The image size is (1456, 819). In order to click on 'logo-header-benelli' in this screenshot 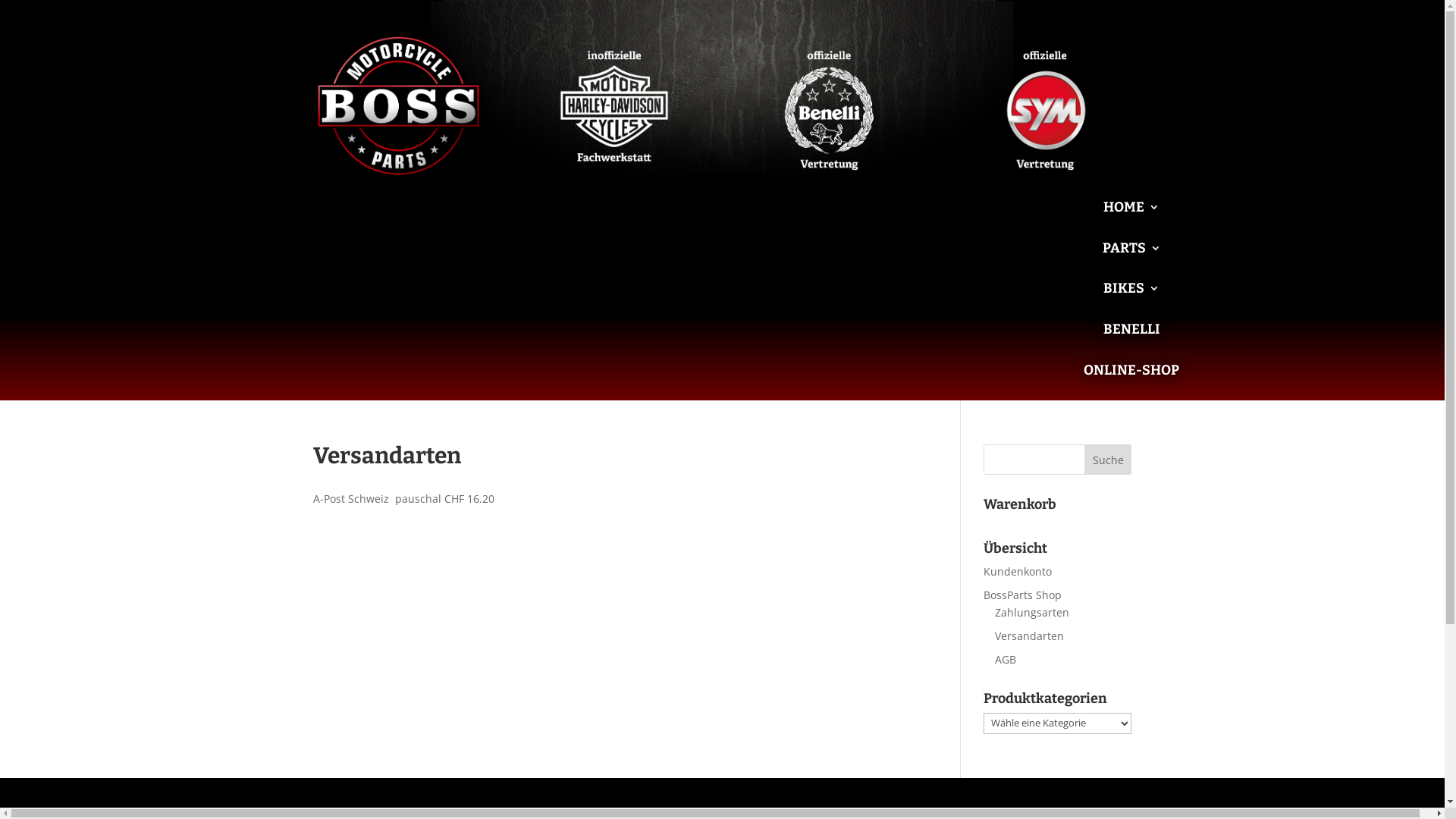, I will do `click(829, 105)`.